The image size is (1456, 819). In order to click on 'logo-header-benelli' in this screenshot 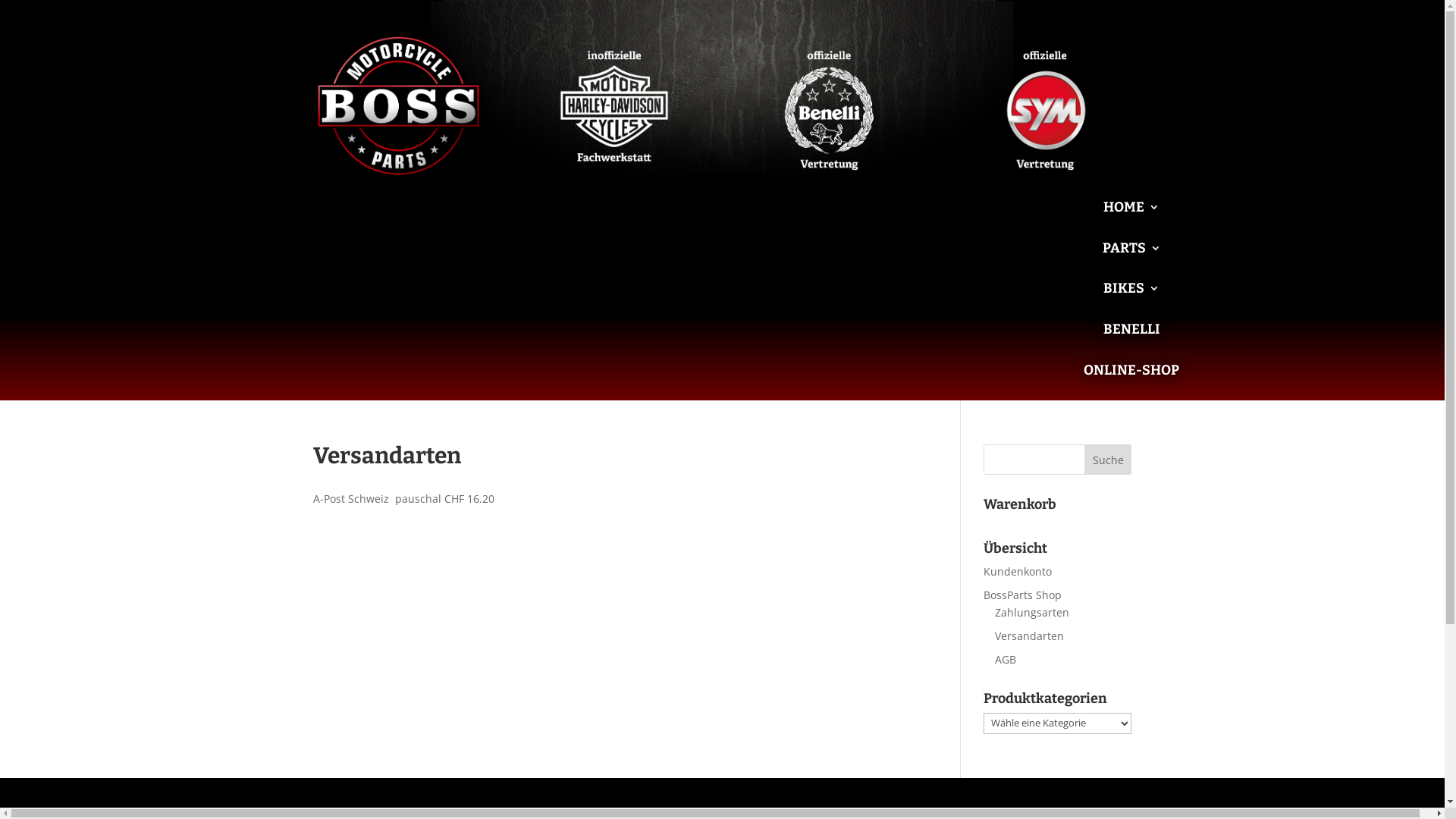, I will do `click(829, 105)`.